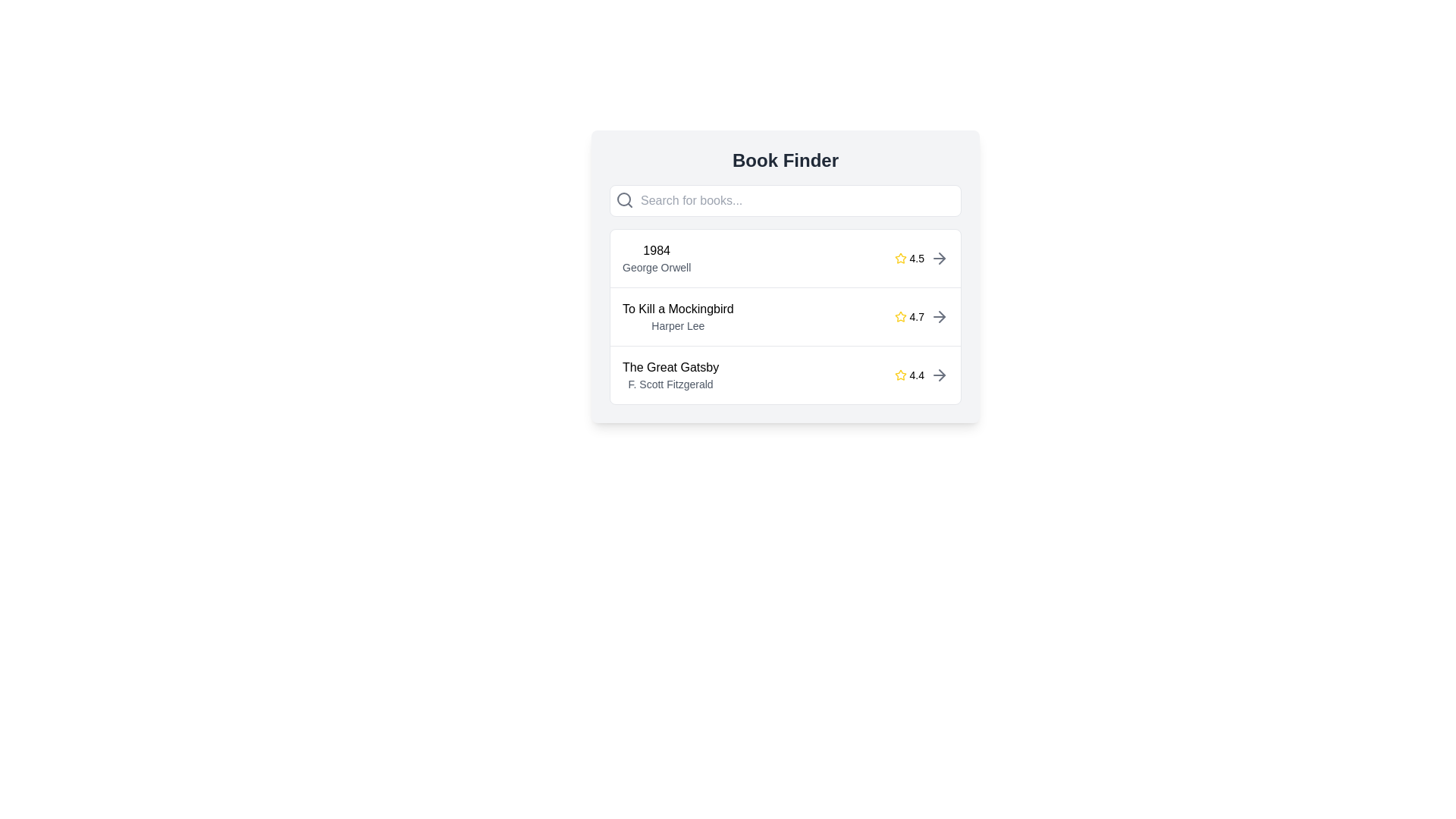  I want to click on the list item containing the title 'To Kill a Mockingbird' and subtitle 'Harper Lee', which is the second entry in a vertical list of books, so click(677, 315).